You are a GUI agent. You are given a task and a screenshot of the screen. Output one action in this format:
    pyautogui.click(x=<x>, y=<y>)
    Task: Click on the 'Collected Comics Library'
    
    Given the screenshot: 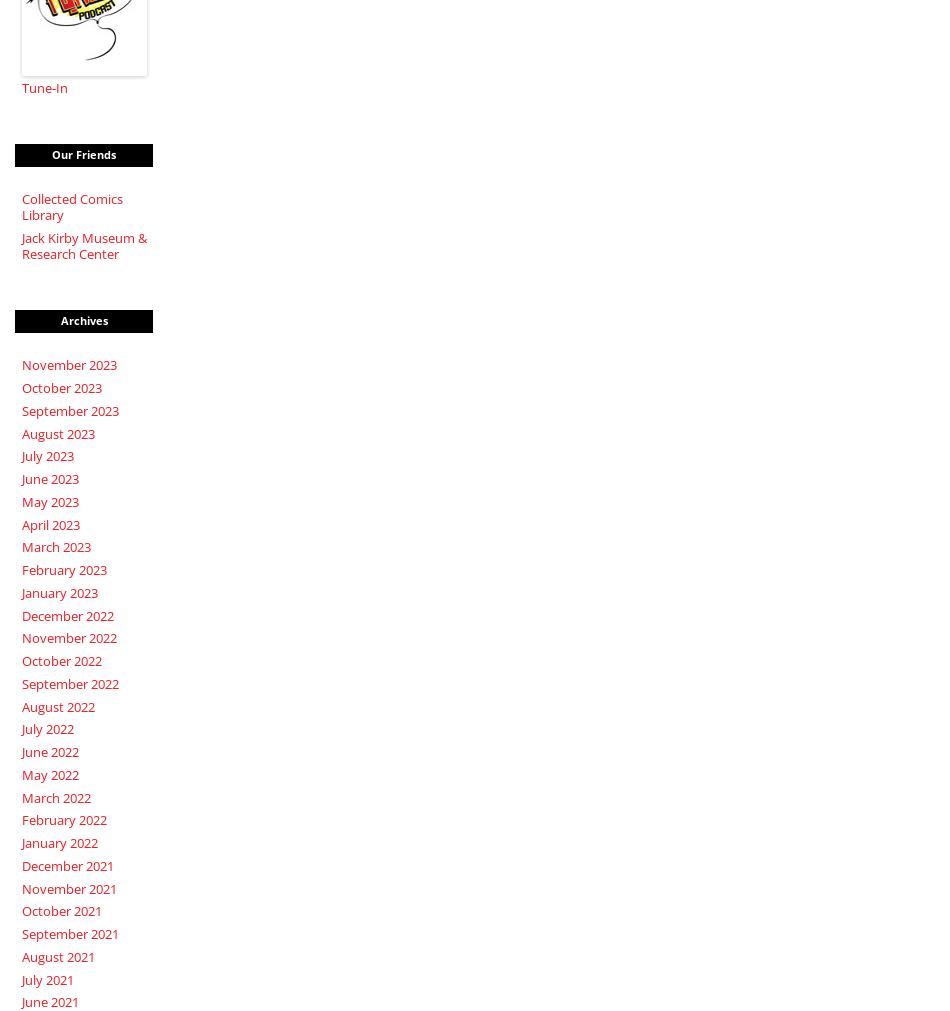 What is the action you would take?
    pyautogui.click(x=71, y=206)
    